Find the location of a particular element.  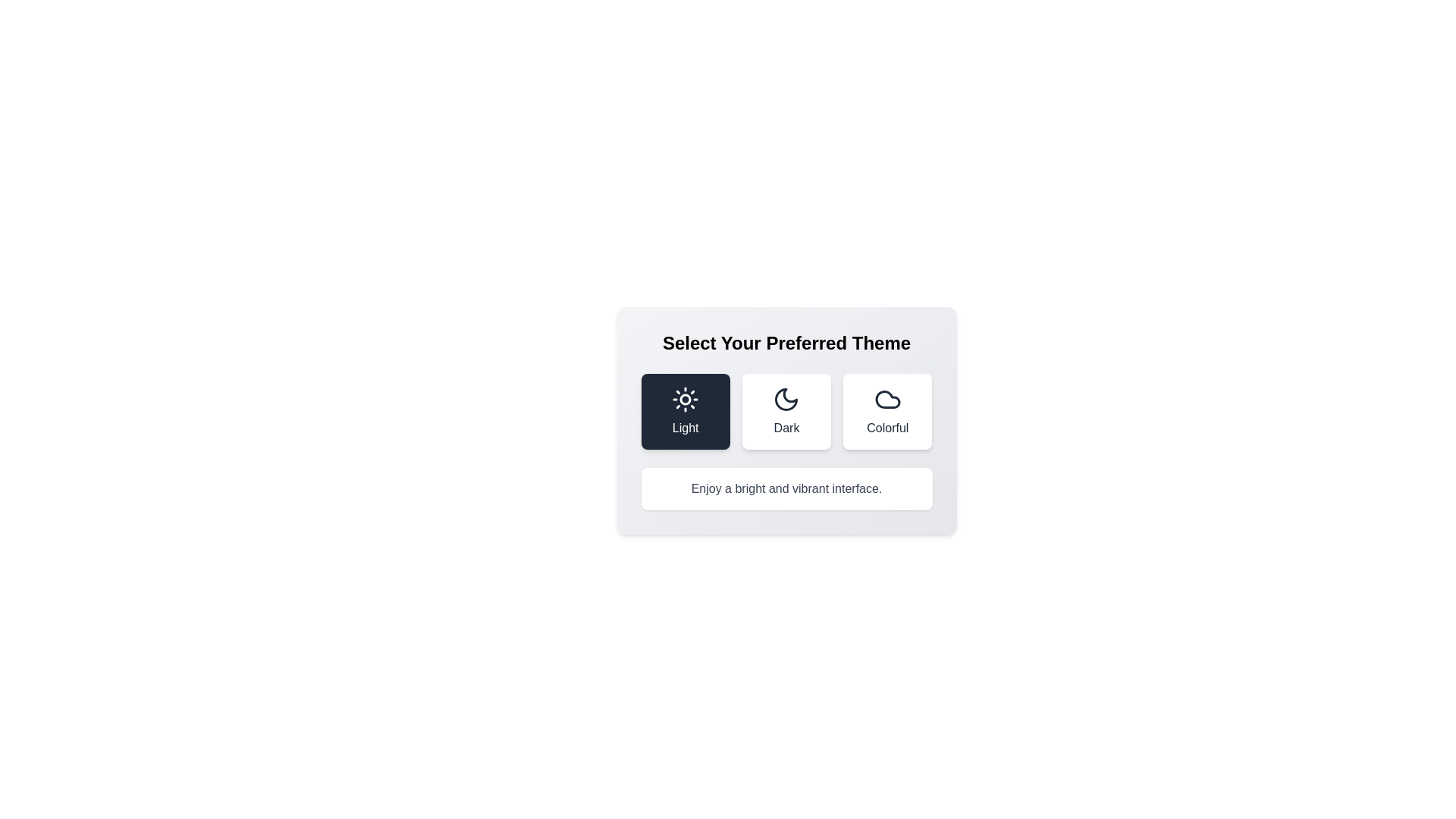

the theme Light to read its description is located at coordinates (684, 412).